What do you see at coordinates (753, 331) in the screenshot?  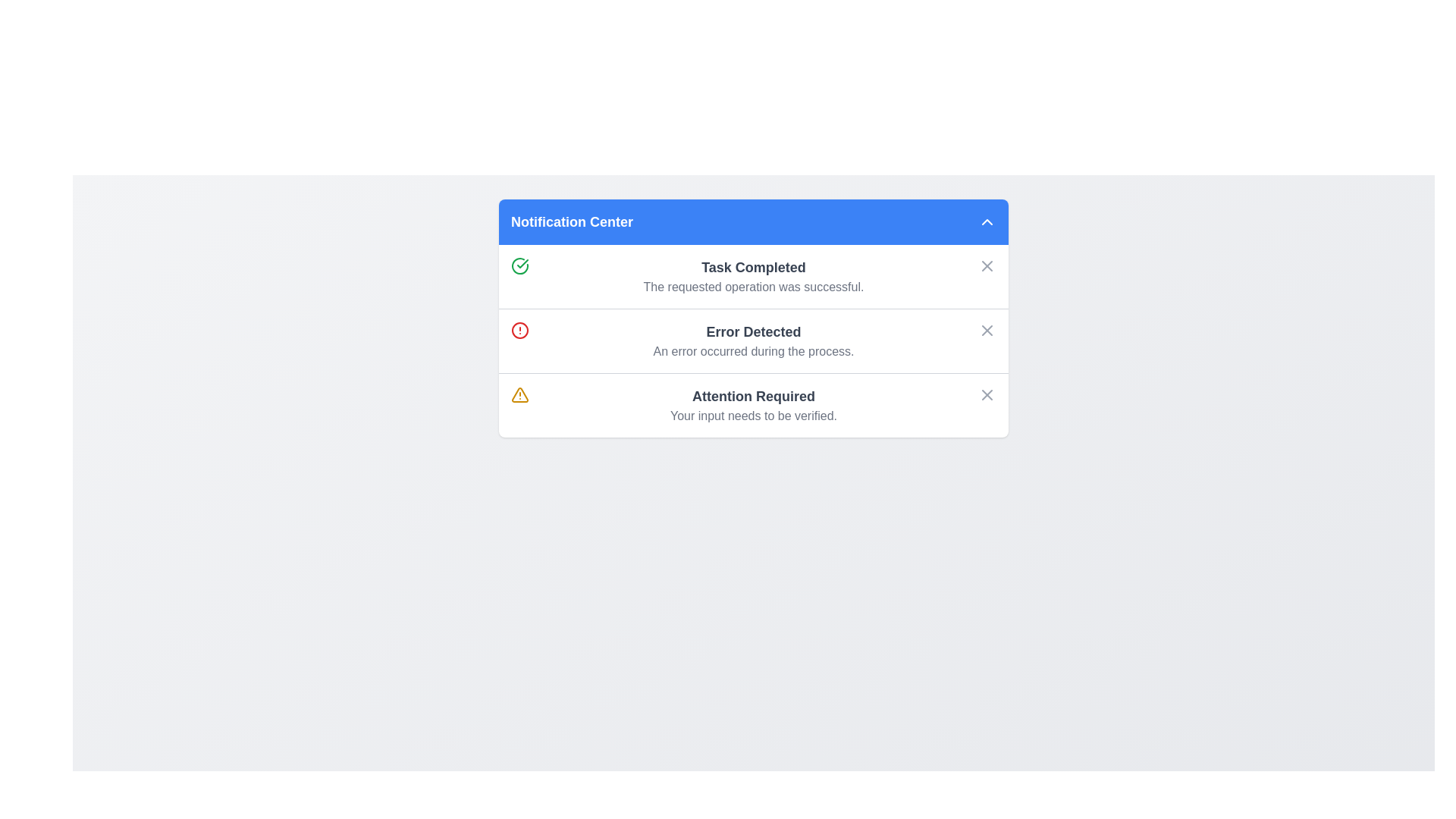 I see `the text label that displays 'Error Detected', which is styled prominently in bold, dark gray text and is part of a notification group` at bounding box center [753, 331].